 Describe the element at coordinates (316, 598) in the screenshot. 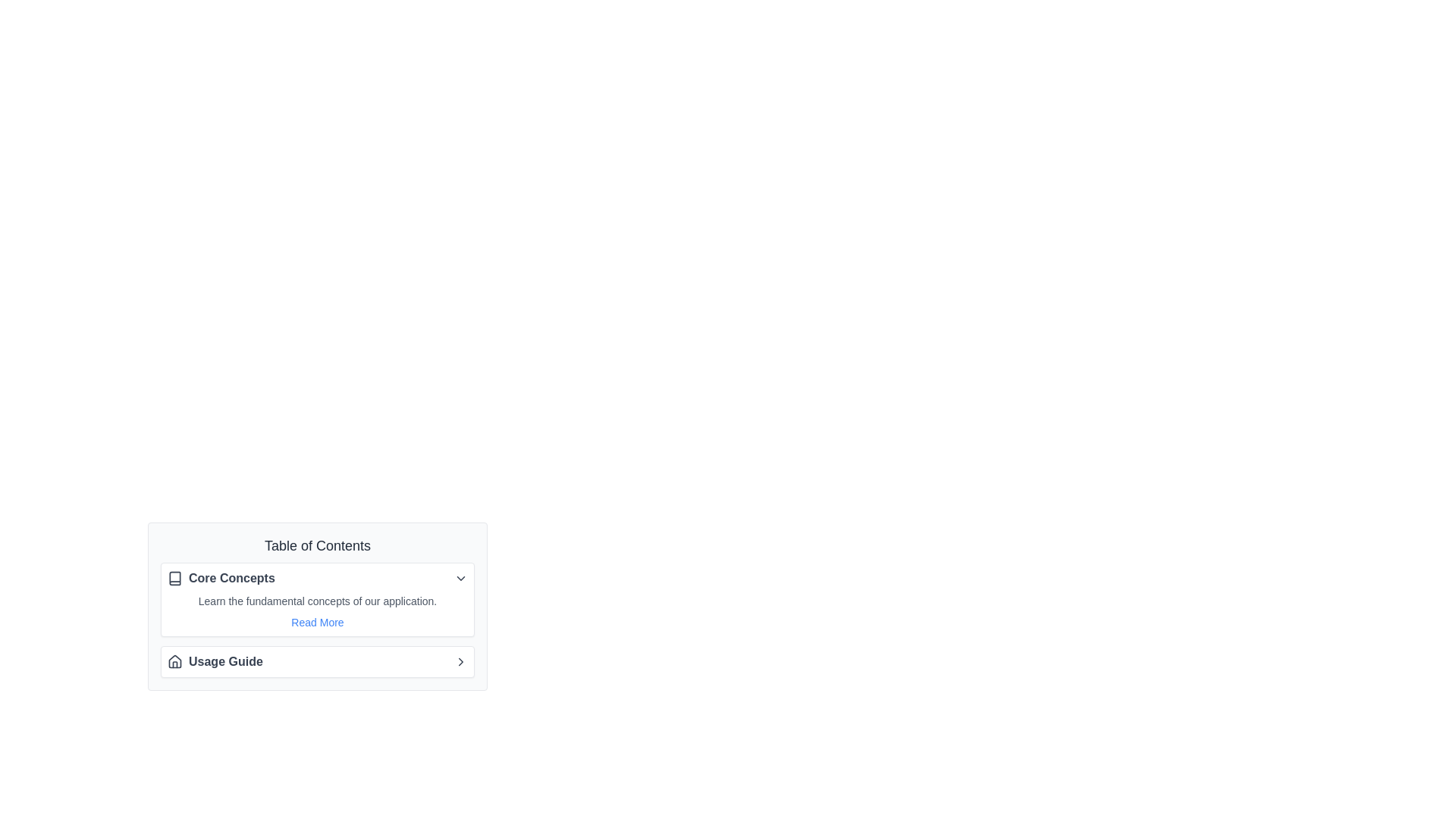

I see `the 'Read More' link at the bottom of the Informational card labeled 'Core Concepts', which is styled with a white background and has a gray border` at that location.